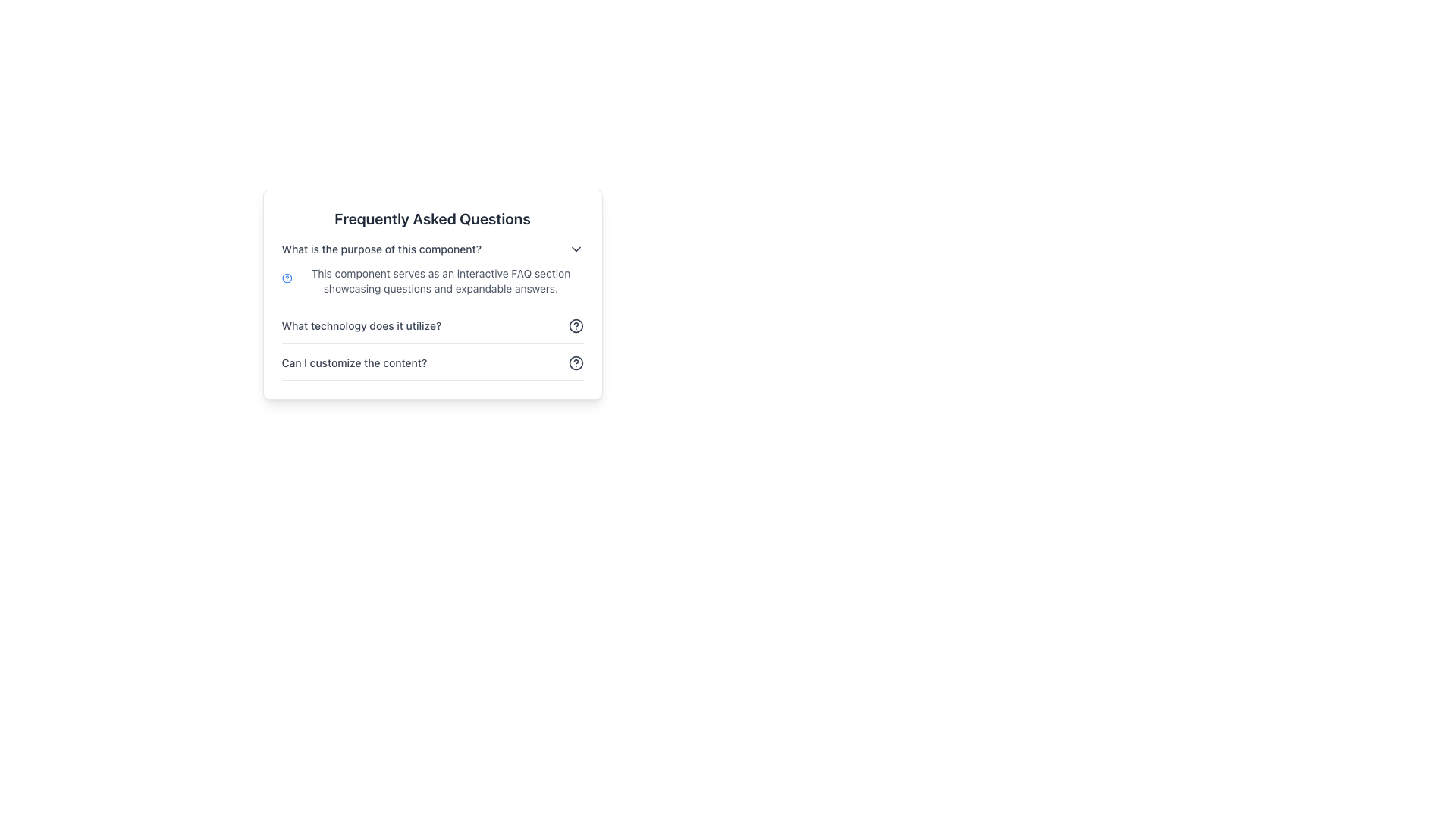 This screenshot has width=1456, height=819. I want to click on the Text Label that serves as a title or question in the FAQ section, which is positioned to the left of a circular question mark icon, so click(353, 362).